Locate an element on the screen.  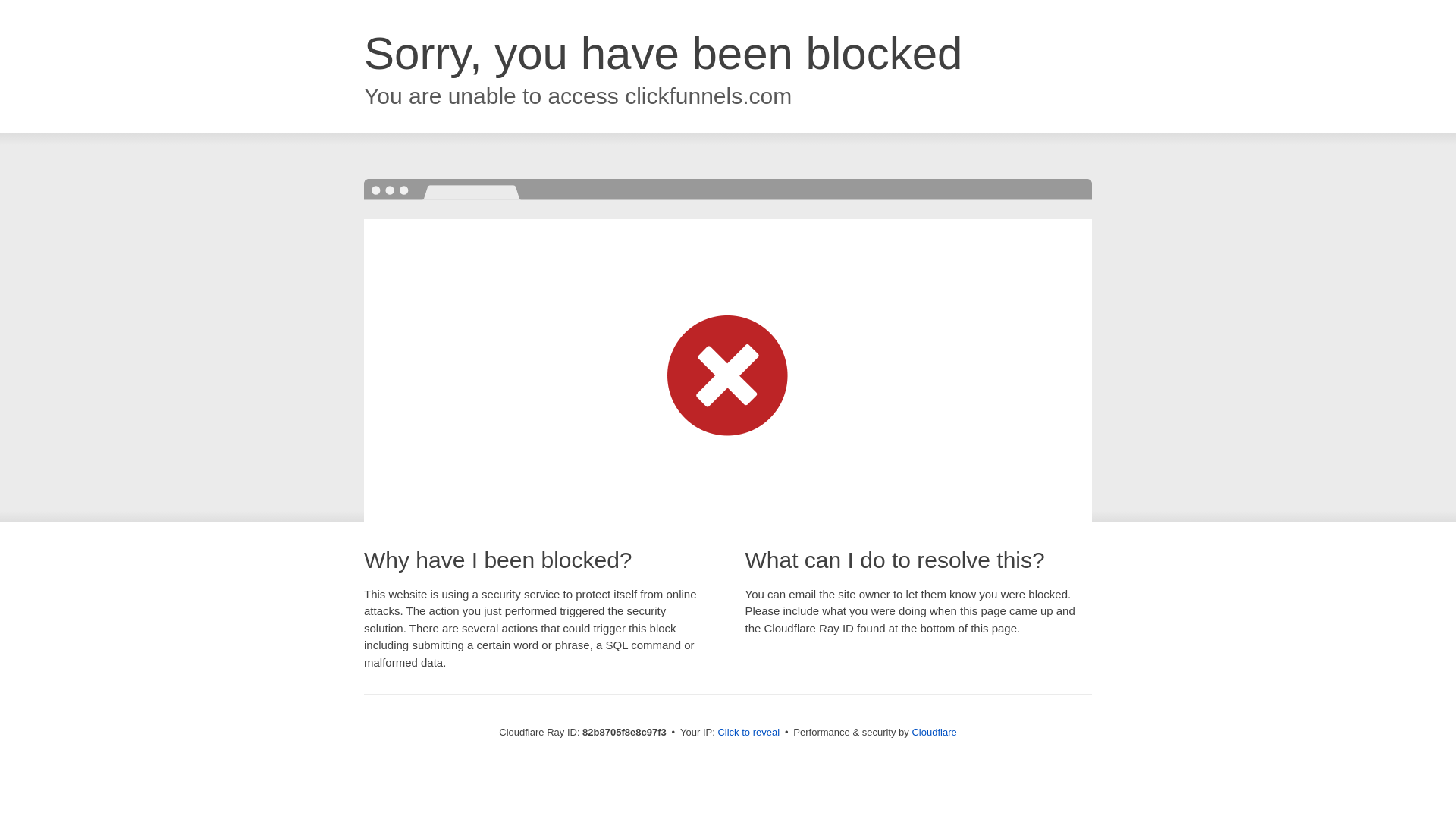
'Click to reveal' is located at coordinates (748, 731).